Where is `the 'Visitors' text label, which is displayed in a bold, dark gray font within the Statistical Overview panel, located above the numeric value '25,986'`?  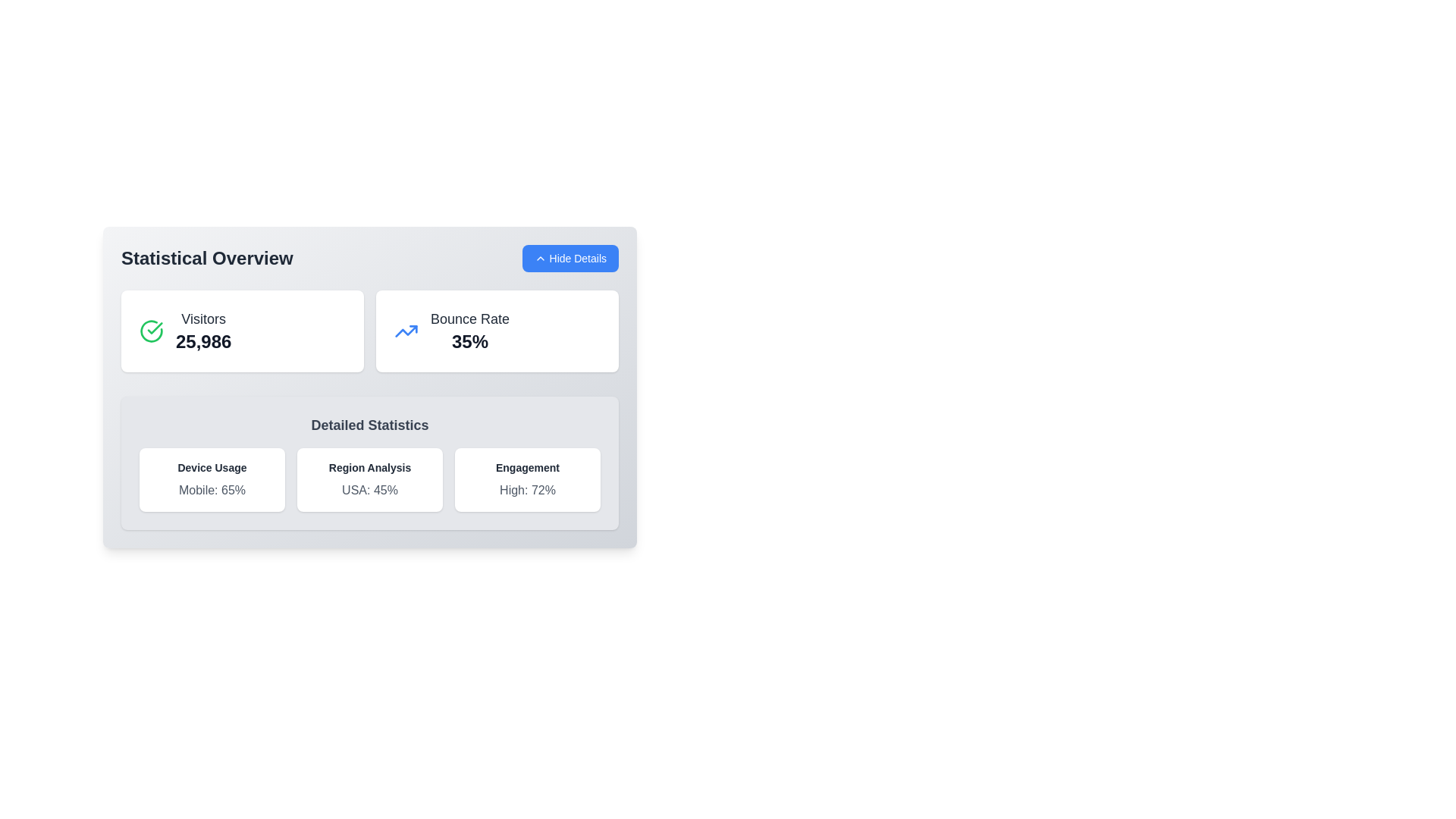
the 'Visitors' text label, which is displayed in a bold, dark gray font within the Statistical Overview panel, located above the numeric value '25,986' is located at coordinates (202, 318).